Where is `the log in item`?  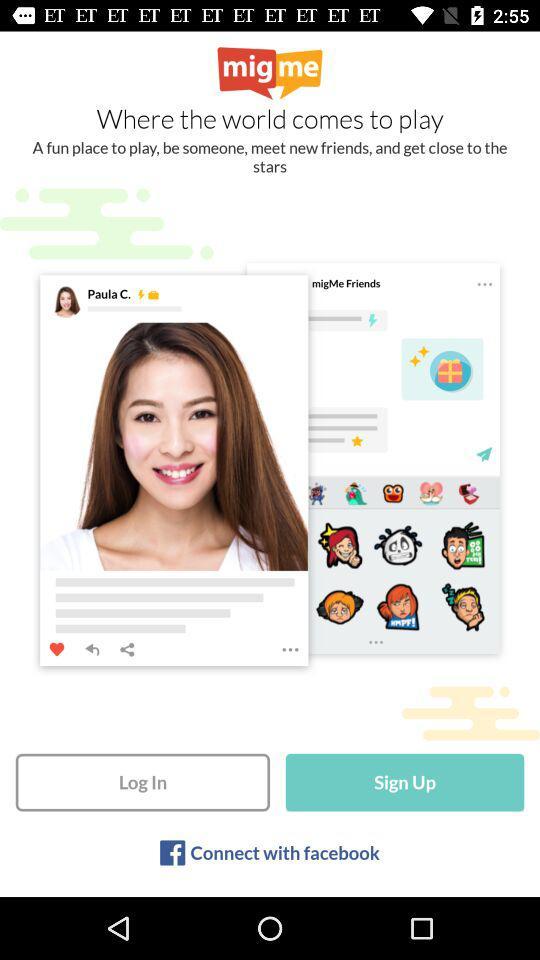 the log in item is located at coordinates (141, 782).